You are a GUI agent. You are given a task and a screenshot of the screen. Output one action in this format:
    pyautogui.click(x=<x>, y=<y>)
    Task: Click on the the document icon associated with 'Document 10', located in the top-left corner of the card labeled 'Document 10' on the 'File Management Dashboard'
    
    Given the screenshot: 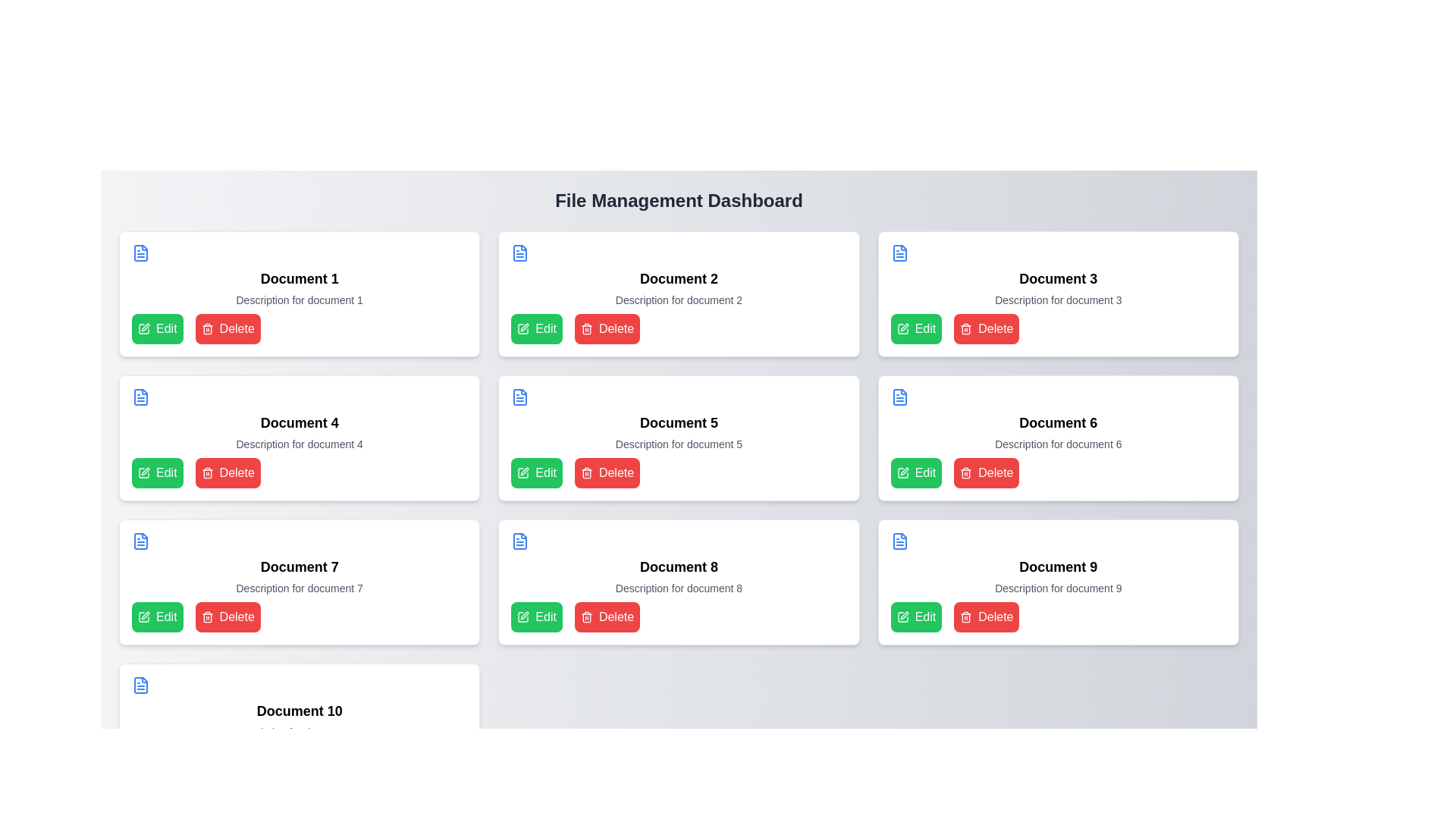 What is the action you would take?
    pyautogui.click(x=141, y=685)
    